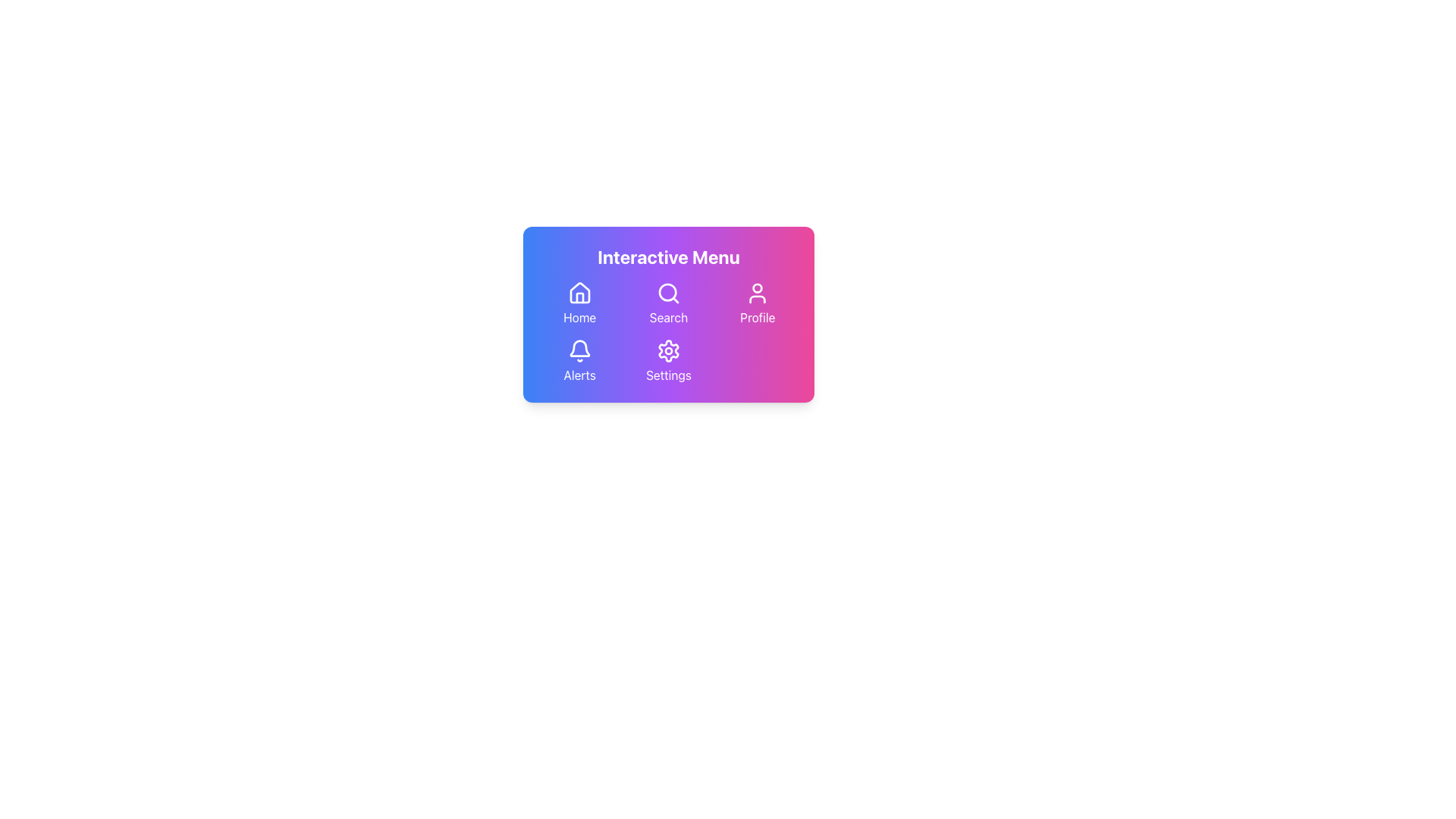 Image resolution: width=1456 pixels, height=819 pixels. What do you see at coordinates (579, 304) in the screenshot?
I see `the top-left button in the grid layout, which features a white house icon above the label 'Home'` at bounding box center [579, 304].